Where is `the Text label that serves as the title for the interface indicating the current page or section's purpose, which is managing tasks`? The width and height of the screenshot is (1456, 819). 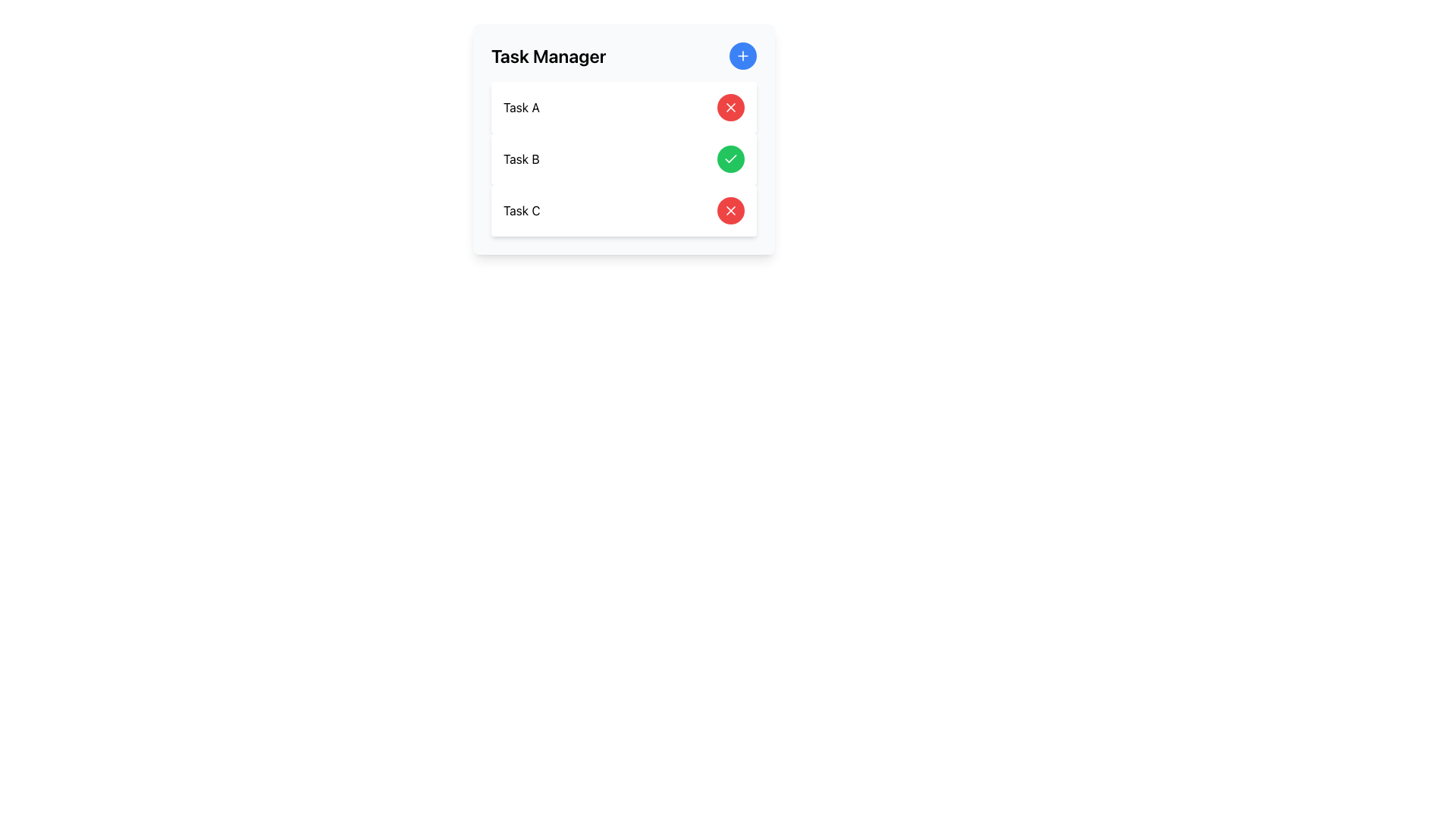
the Text label that serves as the title for the interface indicating the current page or section's purpose, which is managing tasks is located at coordinates (548, 55).